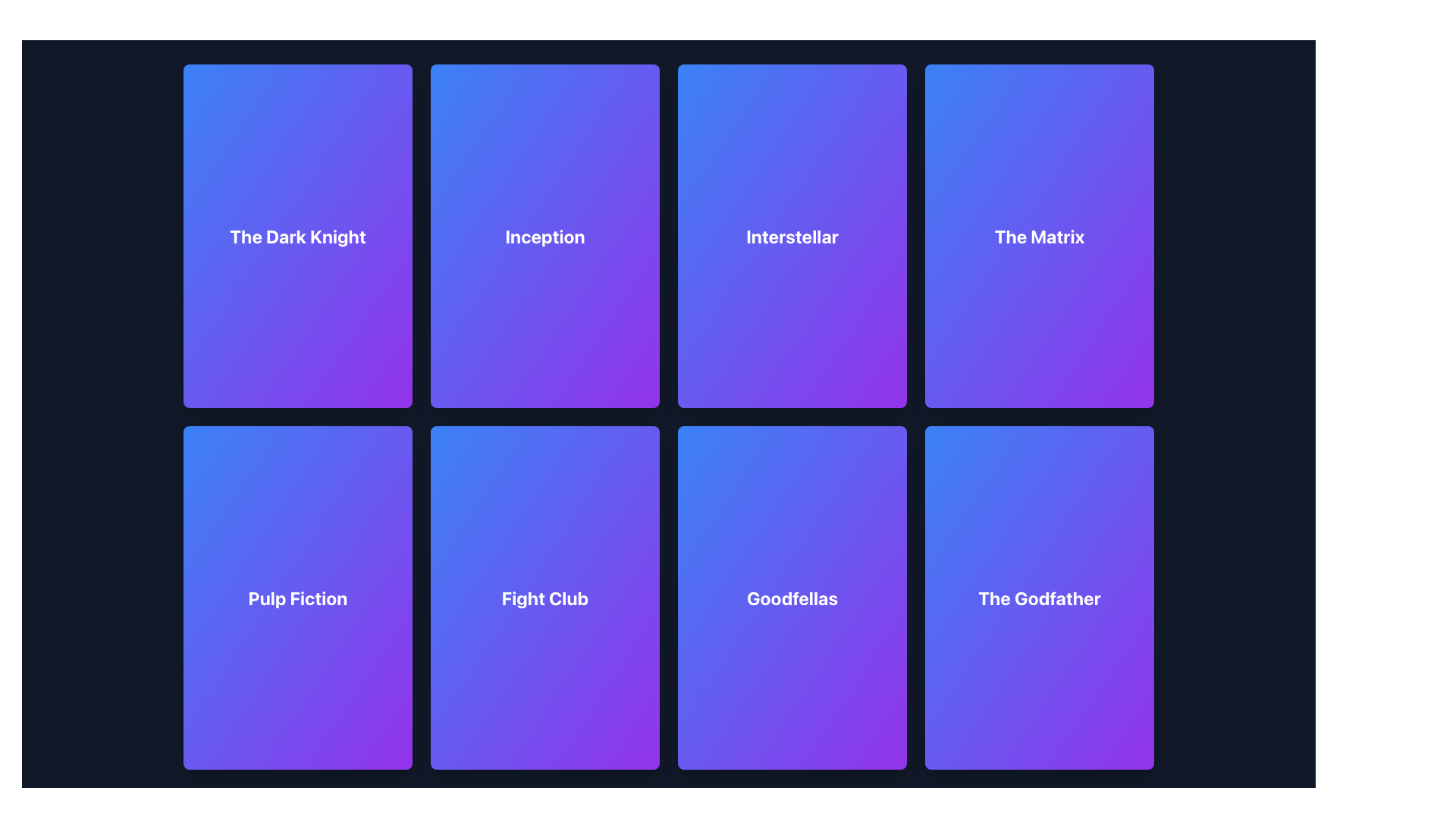 The image size is (1456, 819). What do you see at coordinates (792, 596) in the screenshot?
I see `the 'Goodfellas' text label, which is displayed in a large, bold white font on a purple and blue gradient card backdrop, located in the center of the bottom row of the grid` at bounding box center [792, 596].